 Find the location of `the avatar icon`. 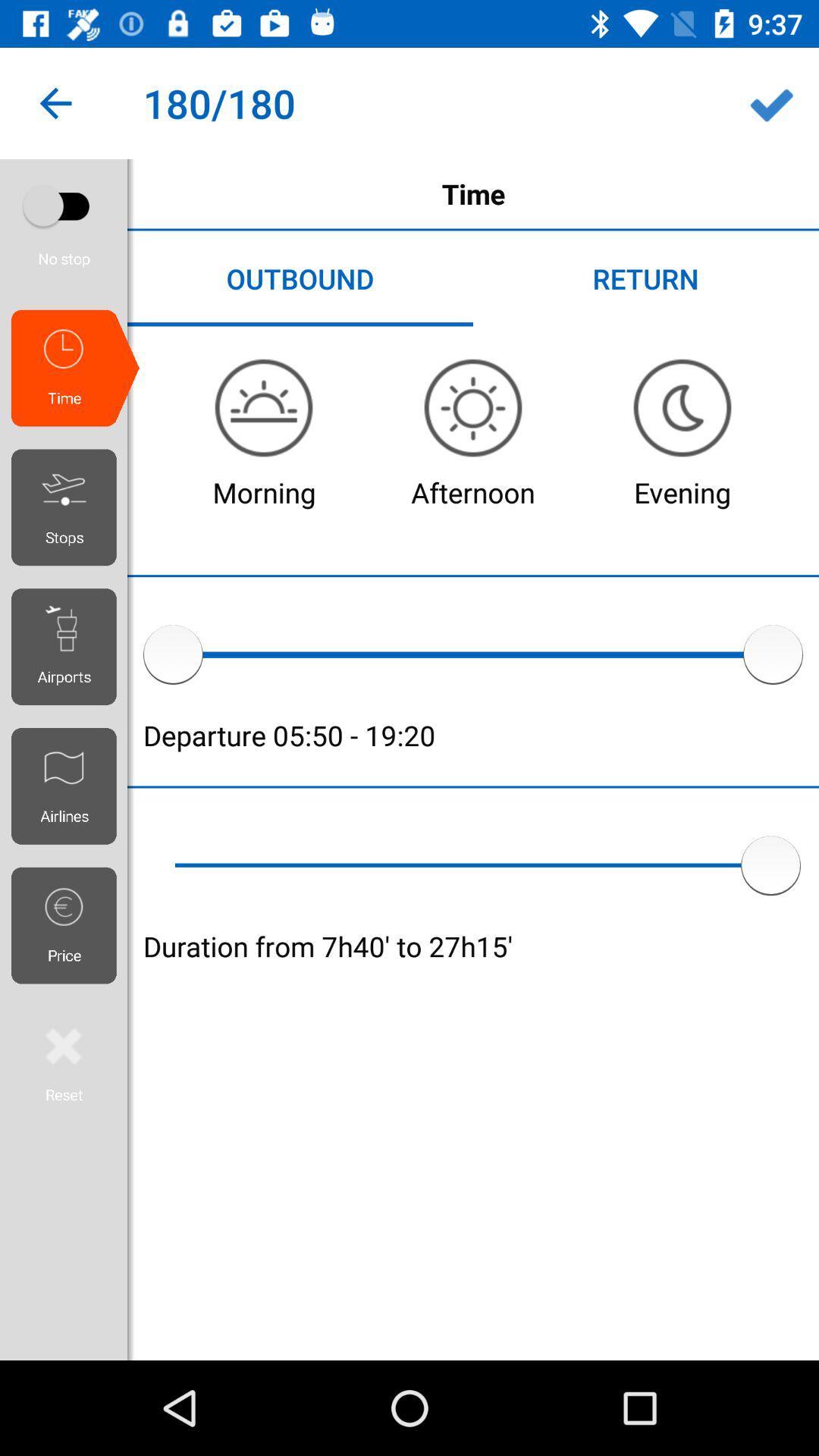

the avatar icon is located at coordinates (262, 408).